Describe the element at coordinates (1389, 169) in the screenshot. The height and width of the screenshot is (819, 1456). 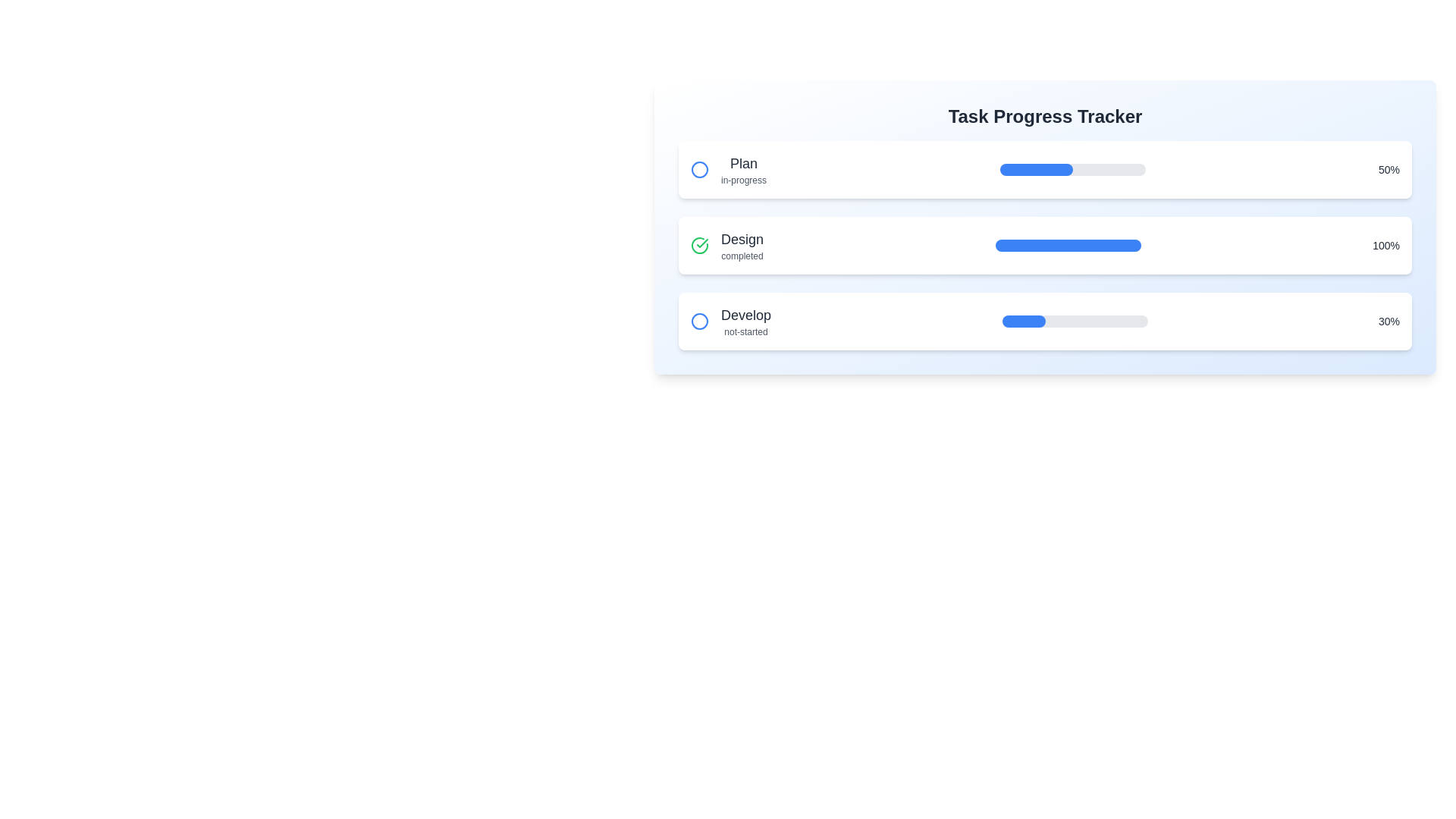
I see `the static text label displaying the progress percentage (50%) for the 'Plan' task, which is located beside a progress bar in the task progress tracker section` at that location.